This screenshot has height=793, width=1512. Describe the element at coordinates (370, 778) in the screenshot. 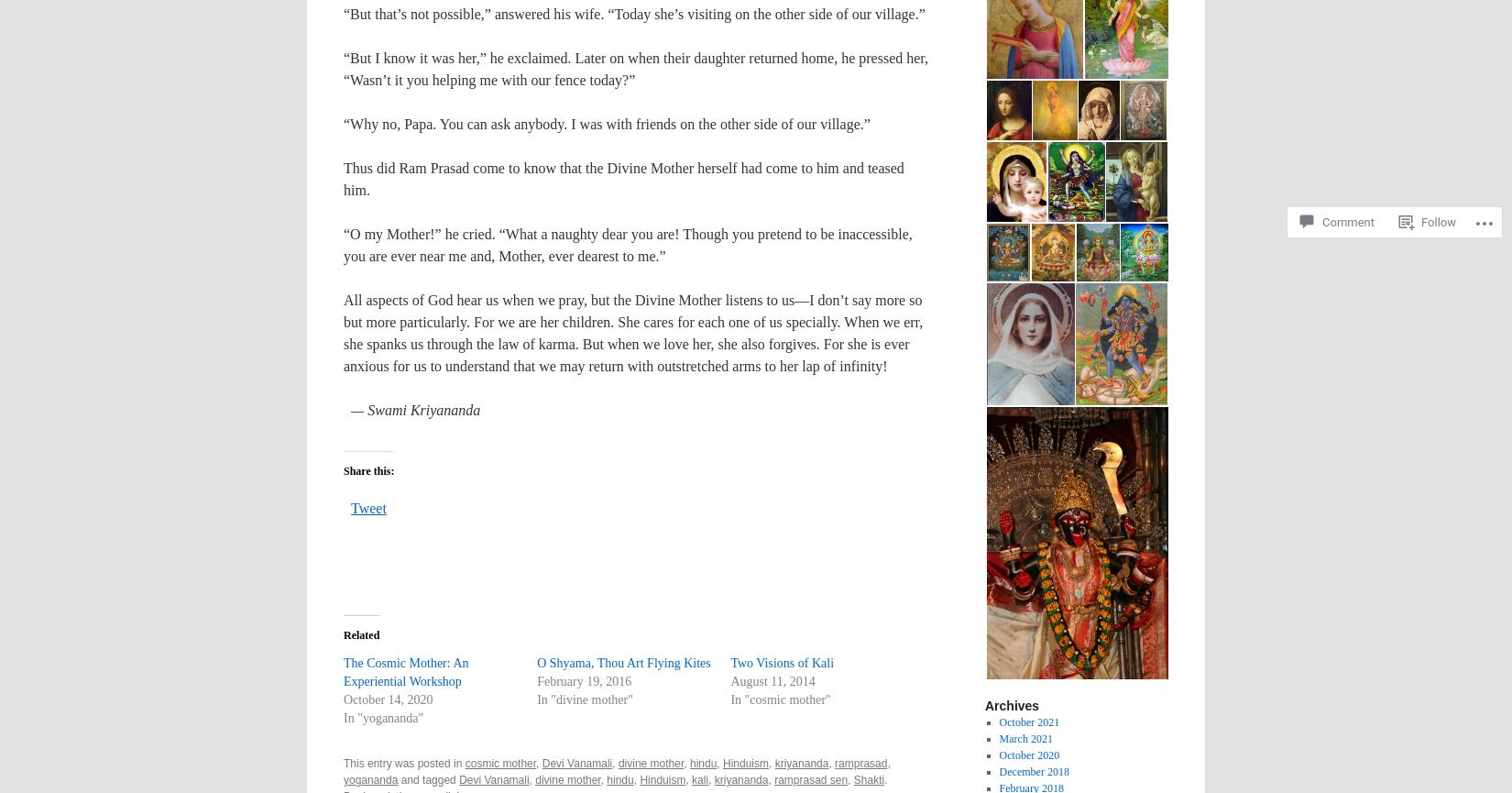

I see `'yogananda'` at that location.